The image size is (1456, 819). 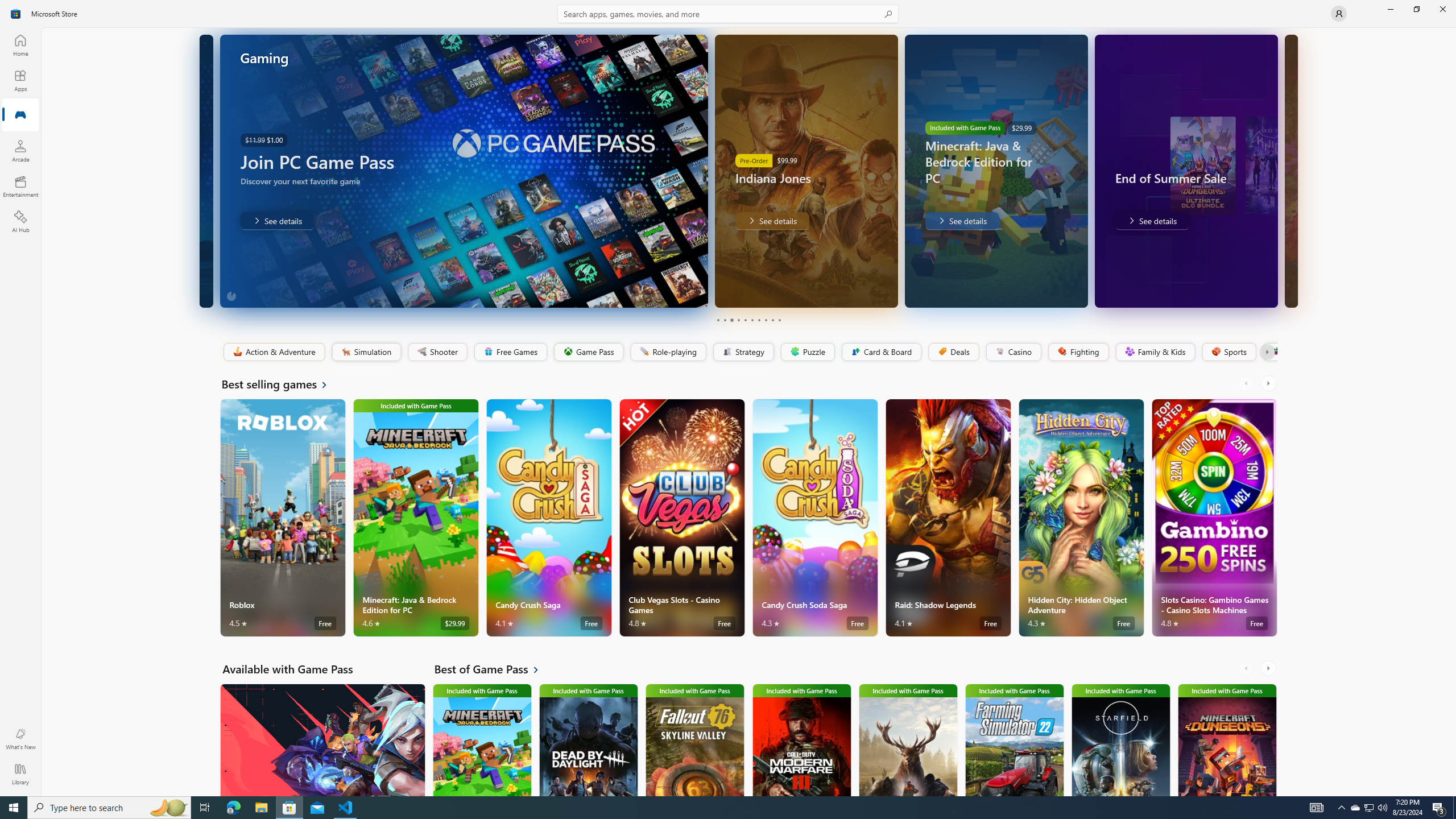 I want to click on 'Page 10', so click(x=779, y=320).